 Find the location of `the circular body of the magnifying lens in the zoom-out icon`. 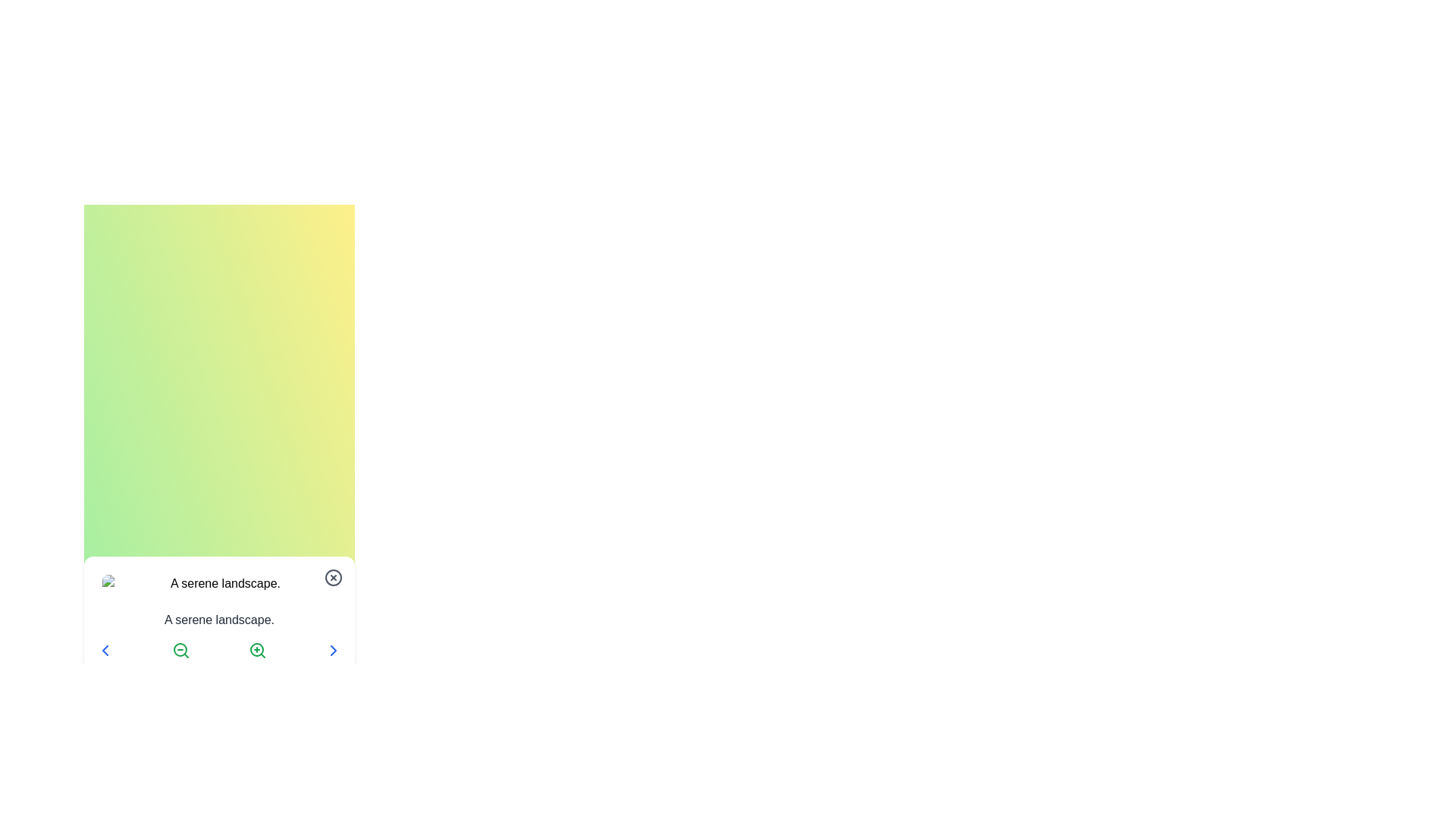

the circular body of the magnifying lens in the zoom-out icon is located at coordinates (180, 648).